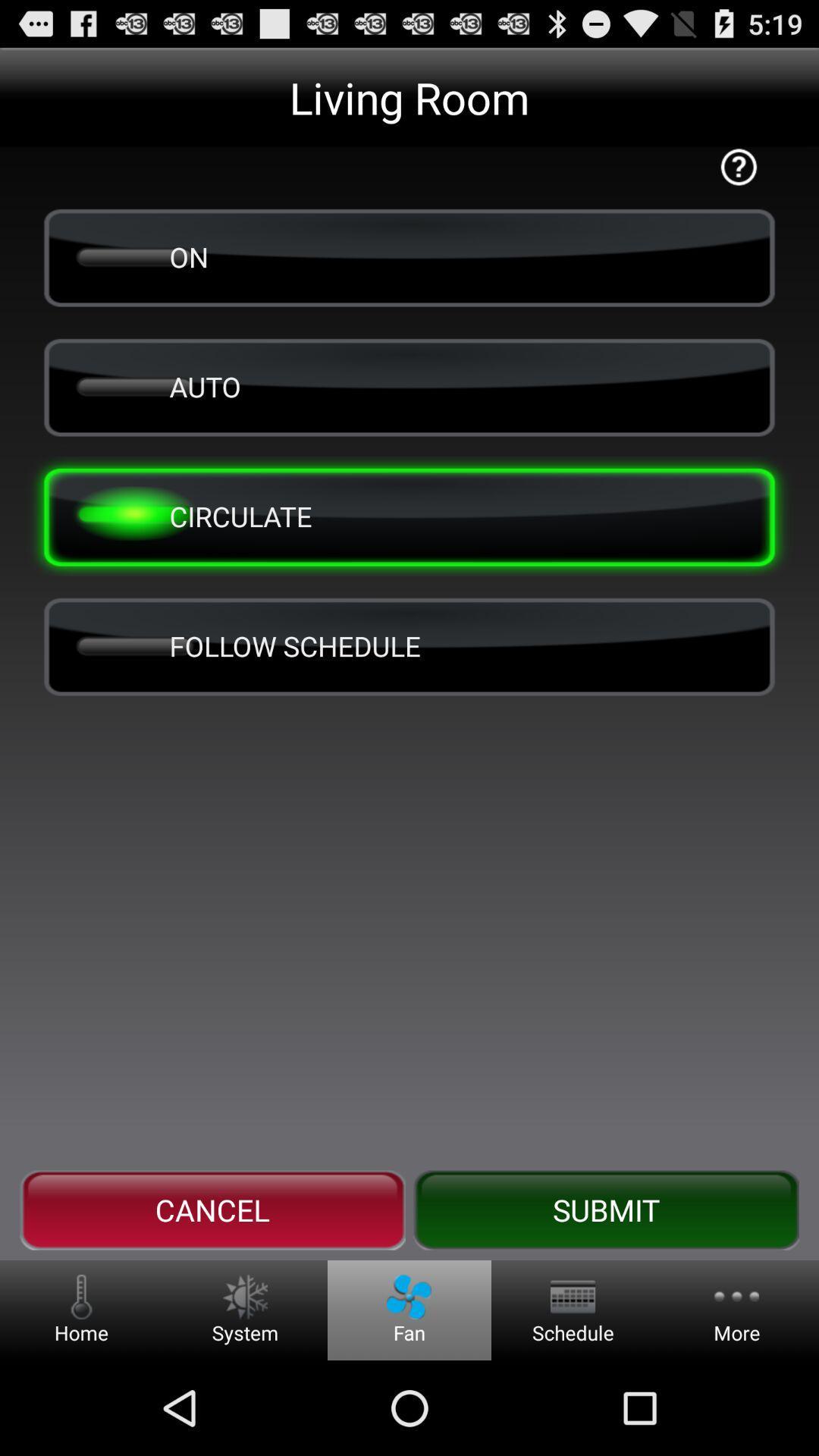 This screenshot has height=1456, width=819. I want to click on the on button, so click(409, 257).